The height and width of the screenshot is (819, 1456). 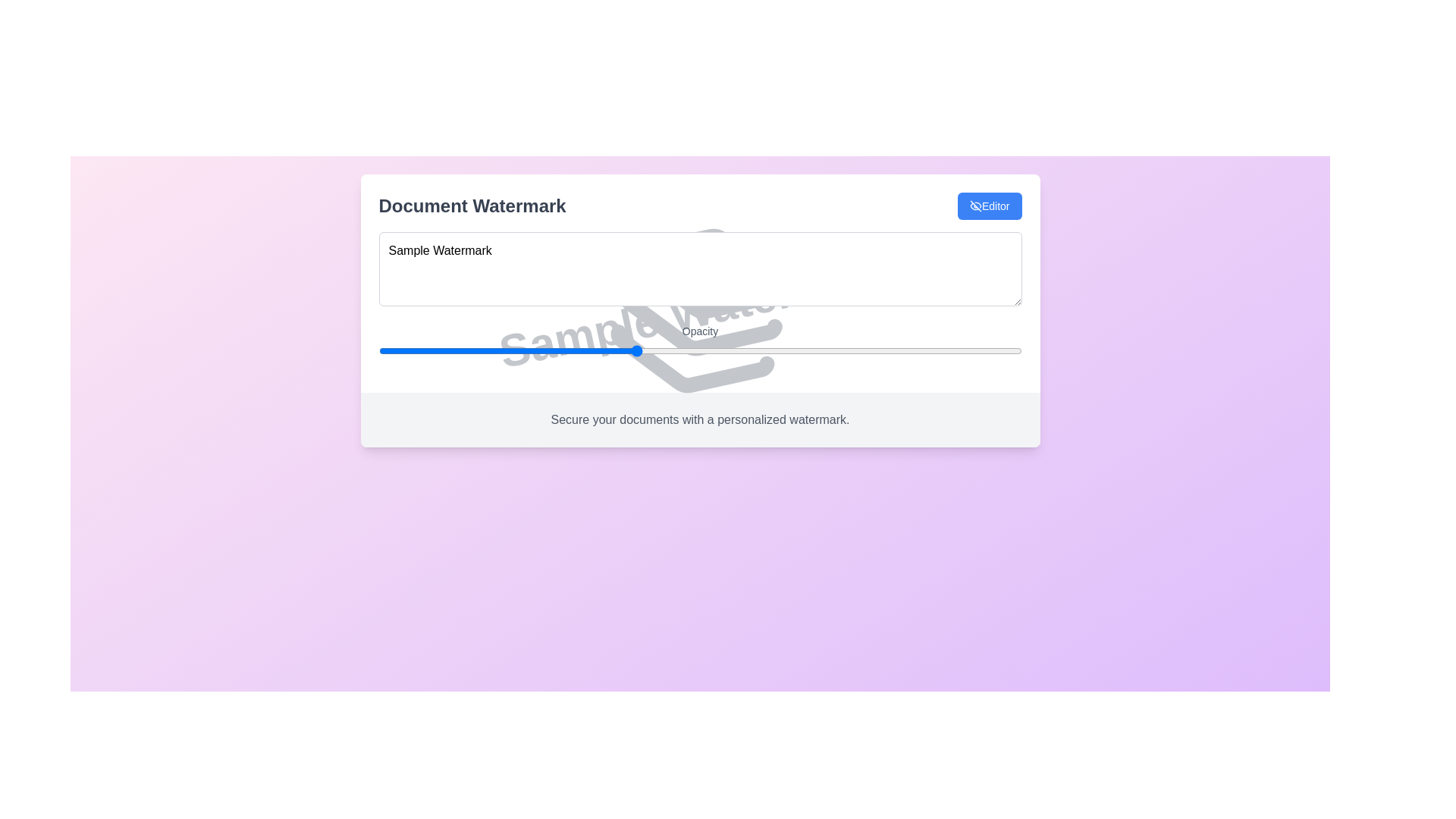 I want to click on the gray abstract vector shape resembling a bent polygon, which is the third layer in a stack of decorative elements in the interface, so click(x=687, y=366).